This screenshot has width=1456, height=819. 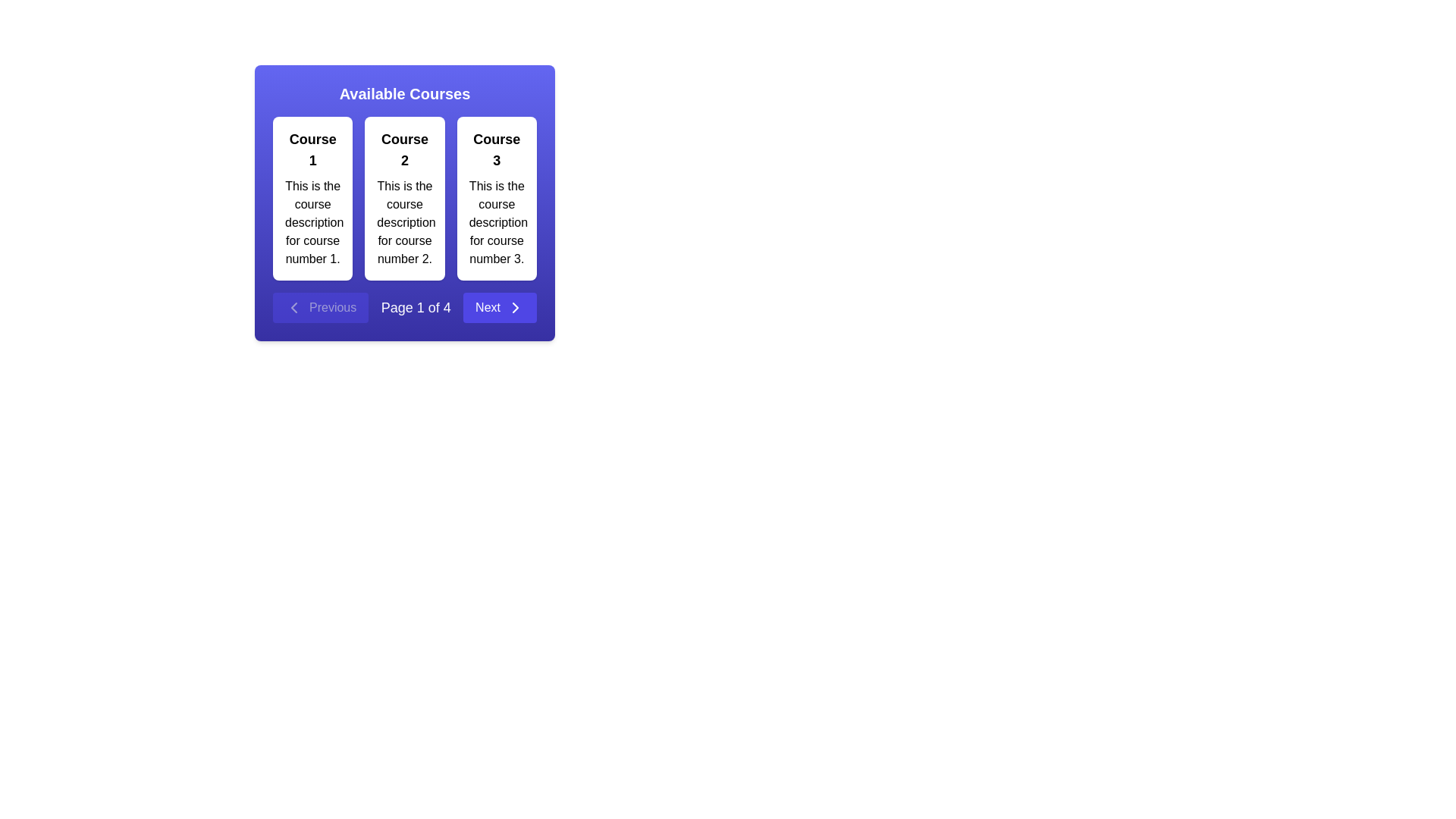 I want to click on text label 'Course 3' which is styled prominently at the top of a white card in the third slot of a carousel layout, so click(x=497, y=149).